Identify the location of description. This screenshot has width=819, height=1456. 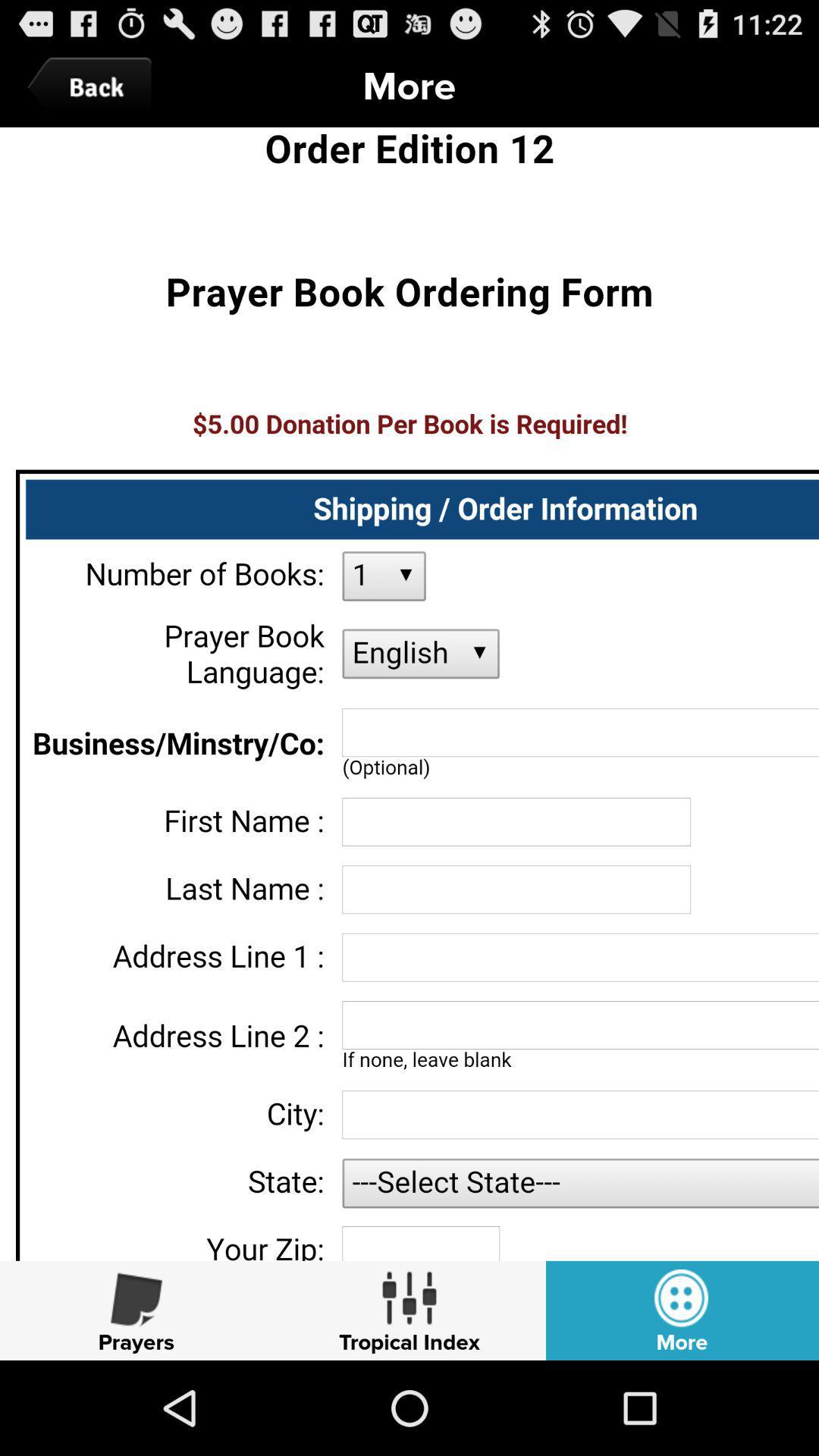
(409, 693).